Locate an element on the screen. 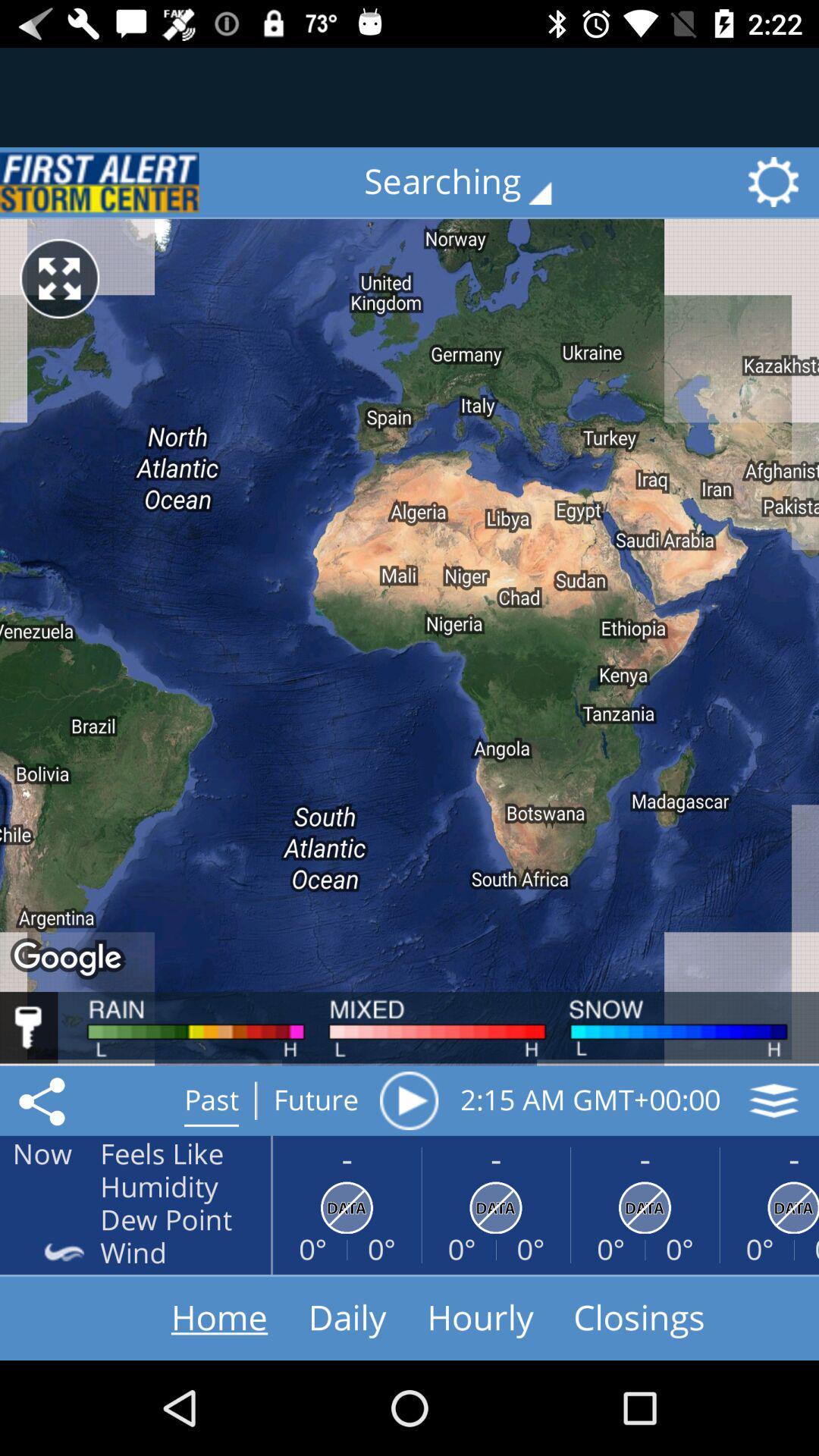 The height and width of the screenshot is (1456, 819). the layers icon is located at coordinates (773, 1100).